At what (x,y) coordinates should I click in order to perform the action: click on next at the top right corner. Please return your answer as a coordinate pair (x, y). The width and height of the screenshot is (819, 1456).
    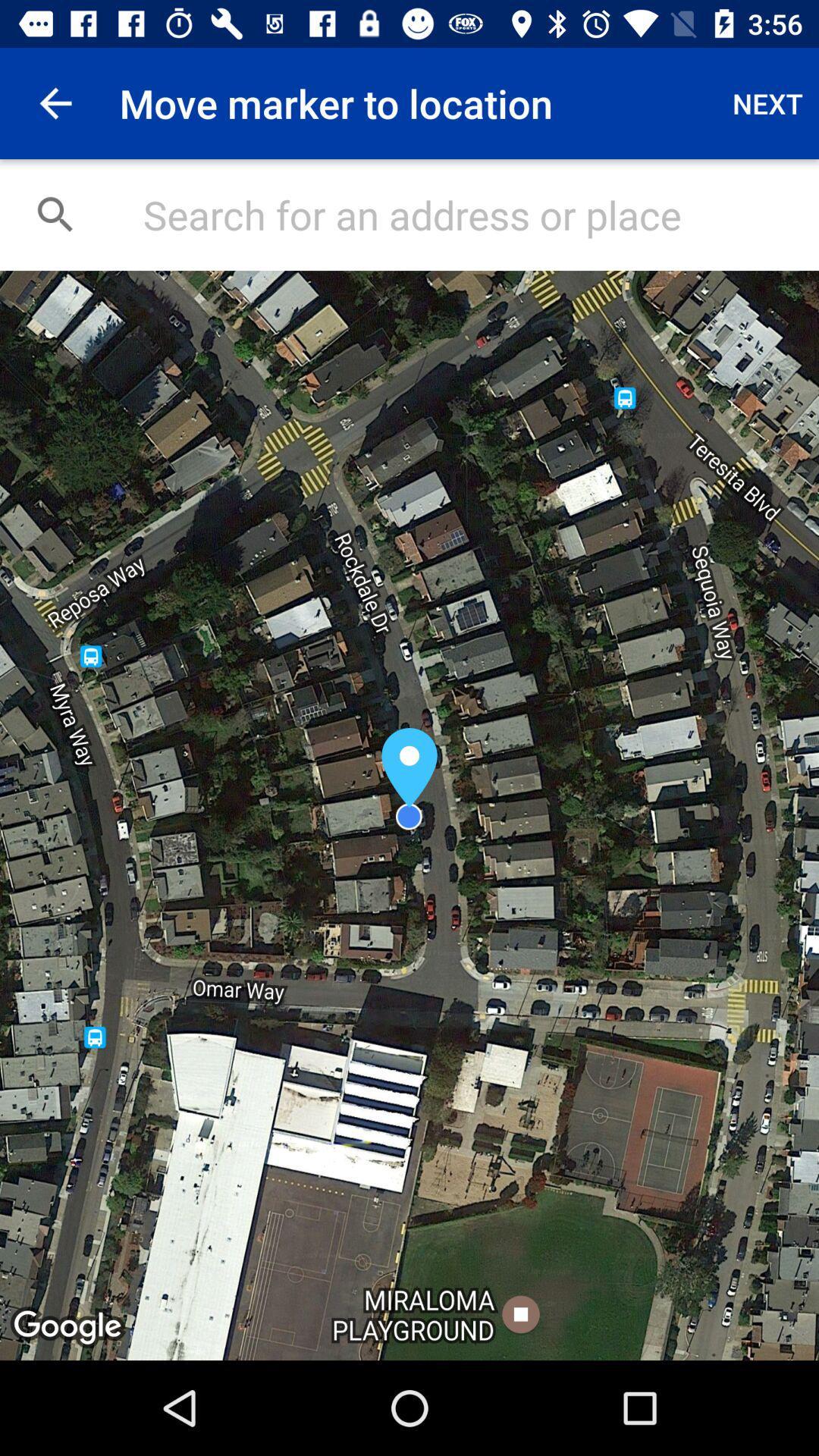
    Looking at the image, I should click on (767, 102).